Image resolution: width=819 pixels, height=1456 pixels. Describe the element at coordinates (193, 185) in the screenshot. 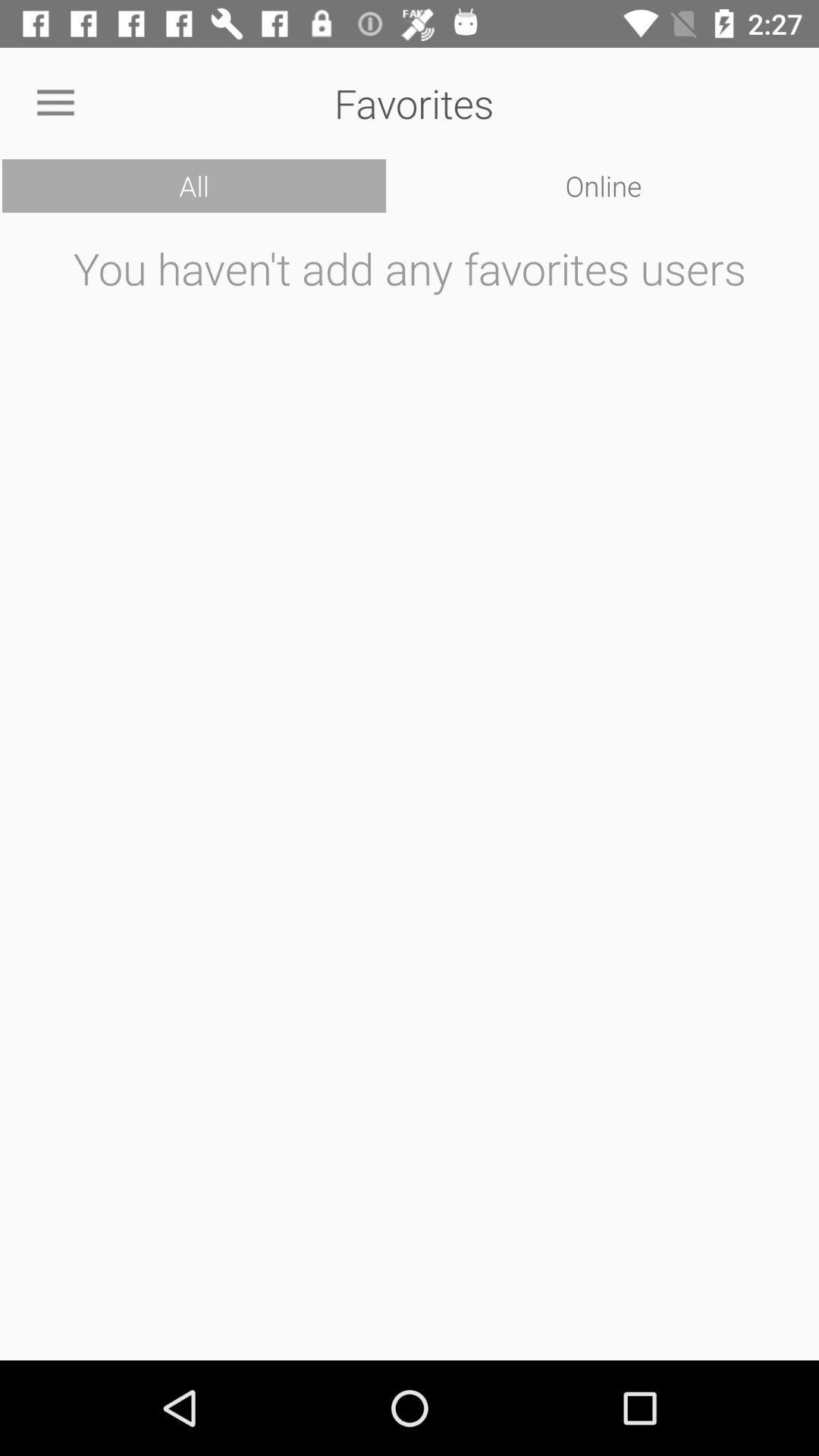

I see `the all` at that location.